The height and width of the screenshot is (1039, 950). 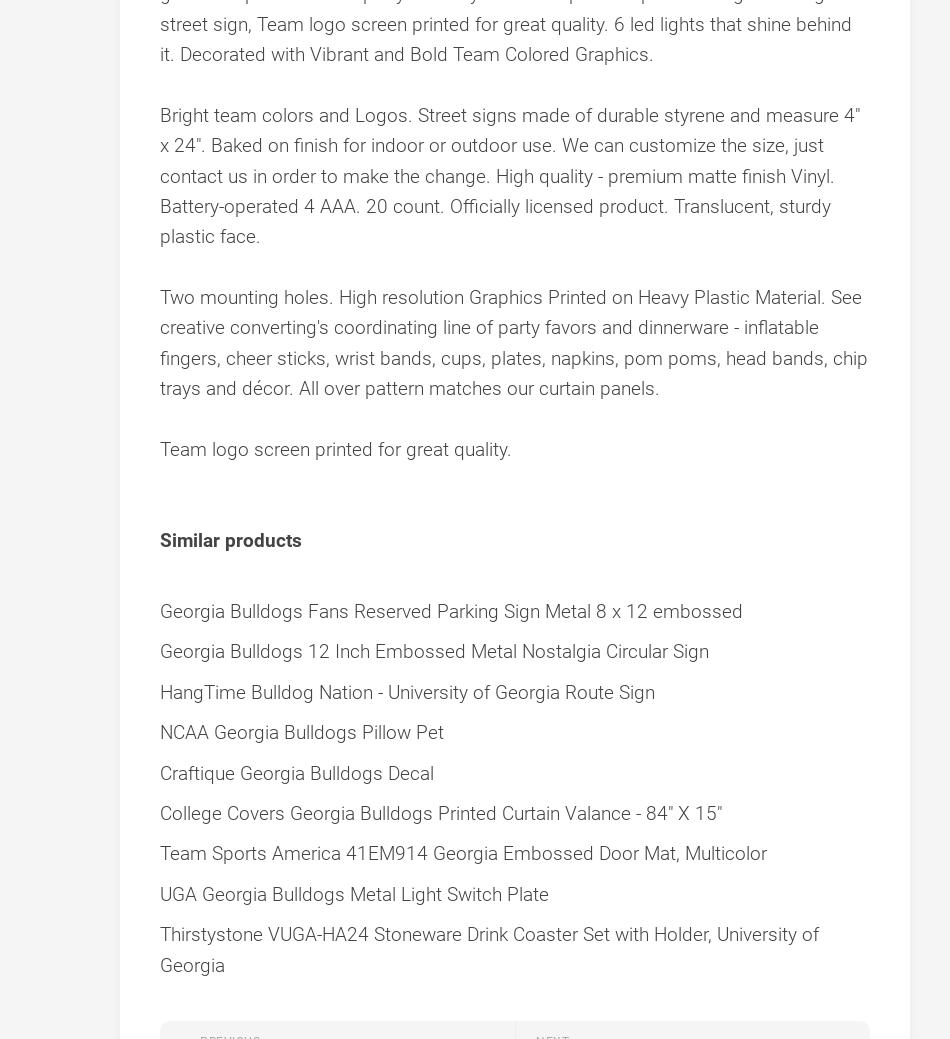 What do you see at coordinates (159, 771) in the screenshot?
I see `'Craftique Georgia Bulldogs Decal'` at bounding box center [159, 771].